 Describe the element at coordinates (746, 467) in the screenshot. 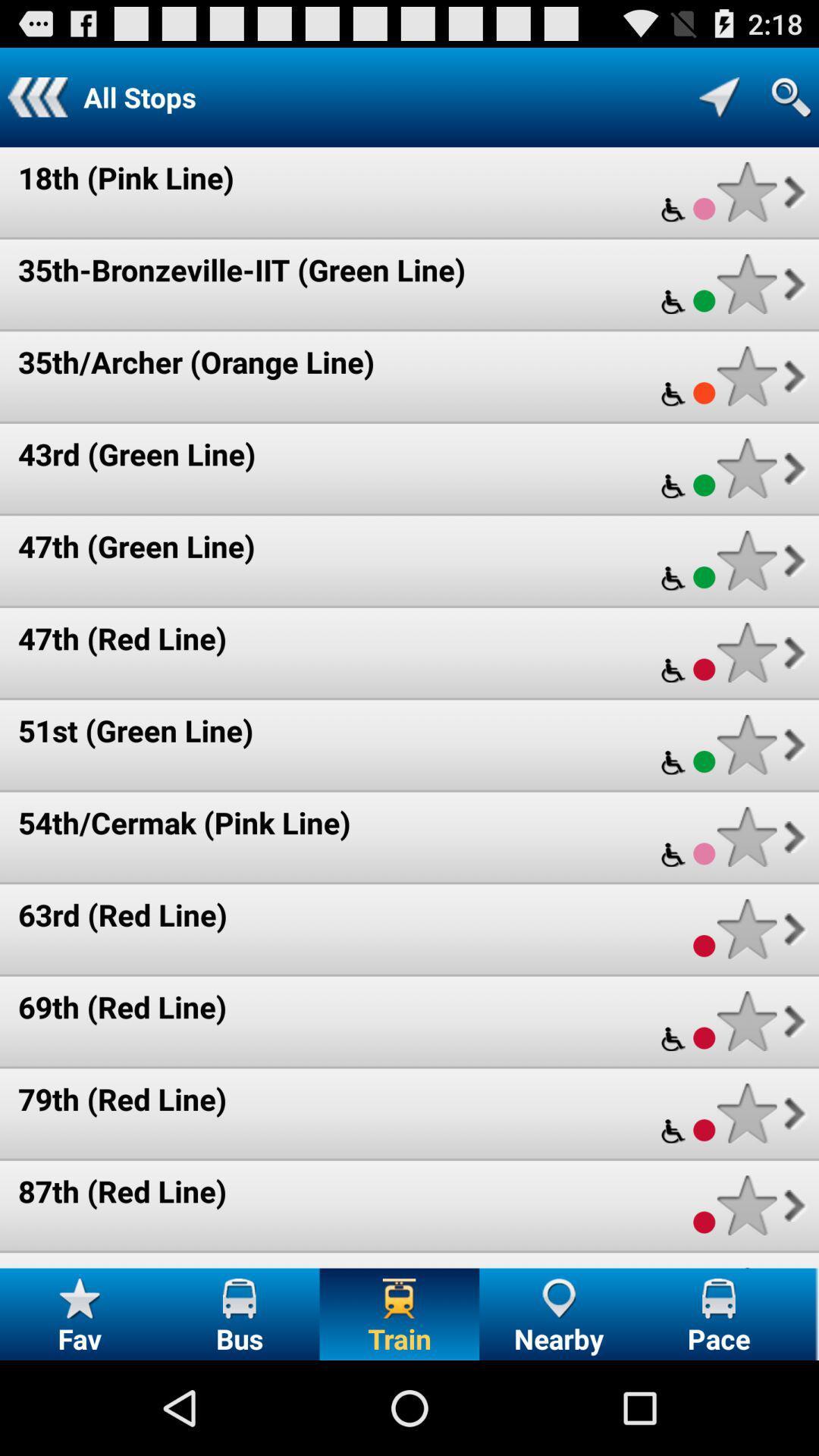

I see `item` at that location.